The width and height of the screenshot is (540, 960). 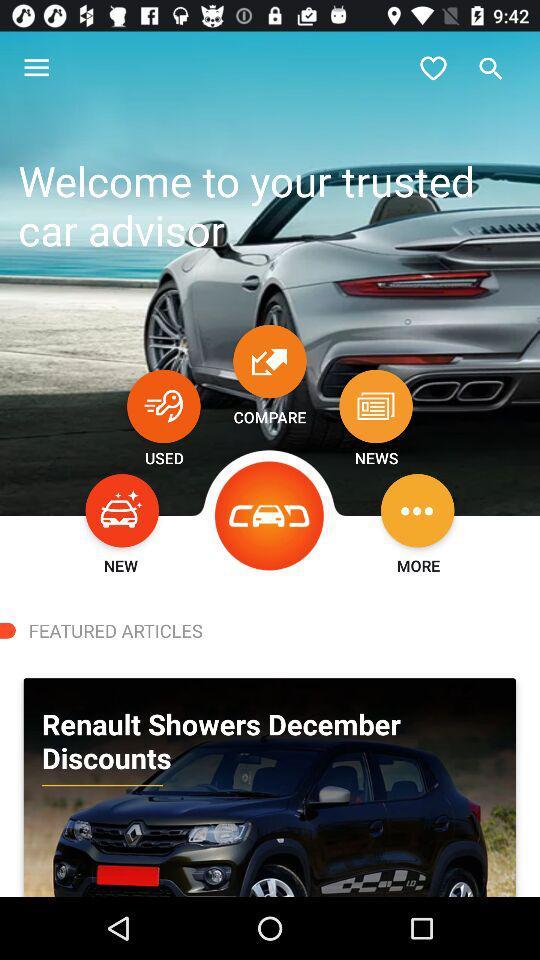 I want to click on the icon above featured articles icon, so click(x=270, y=515).